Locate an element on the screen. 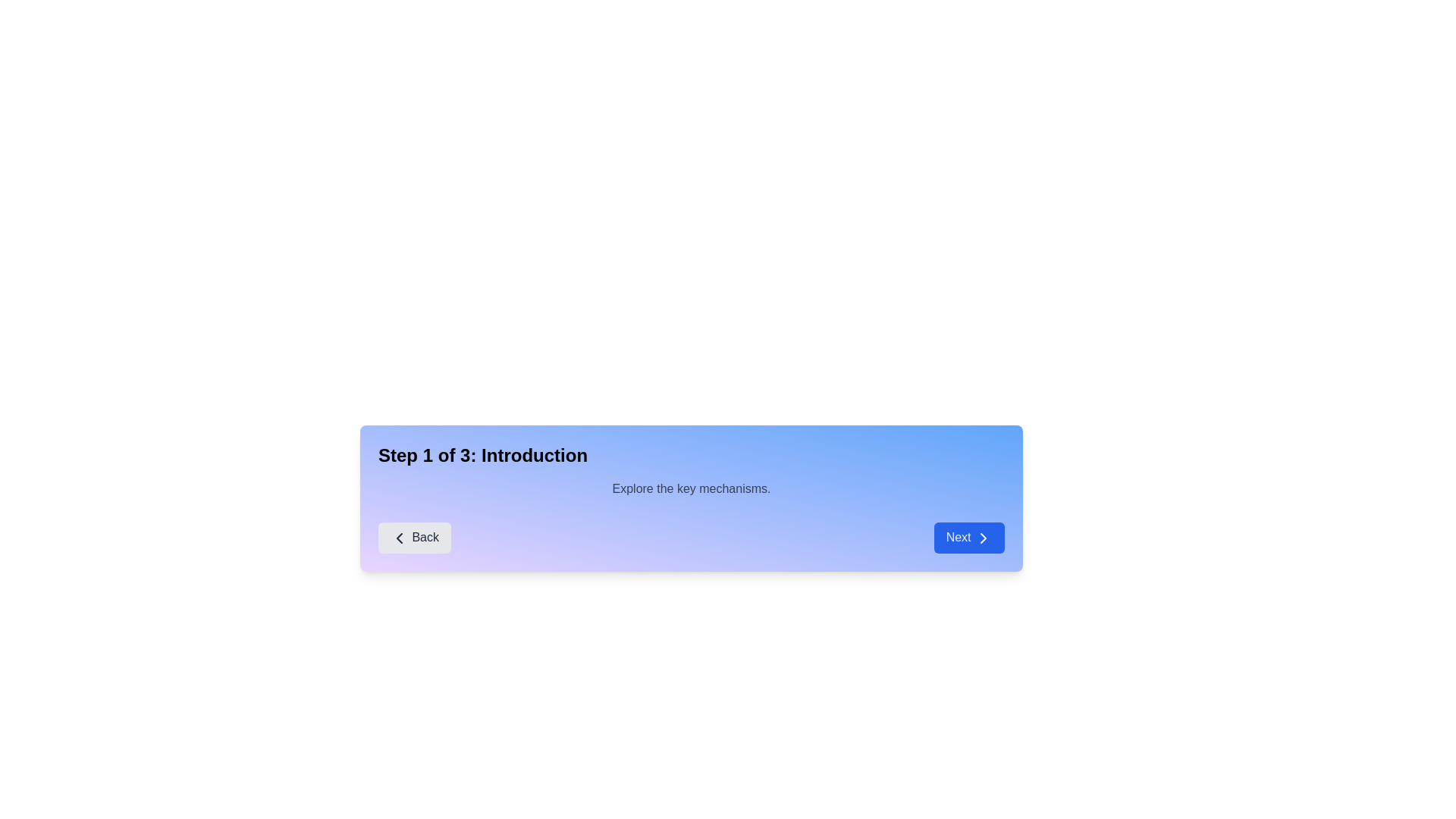 This screenshot has width=1456, height=819. the detailed description text area and highlight the text is located at coordinates (691, 488).